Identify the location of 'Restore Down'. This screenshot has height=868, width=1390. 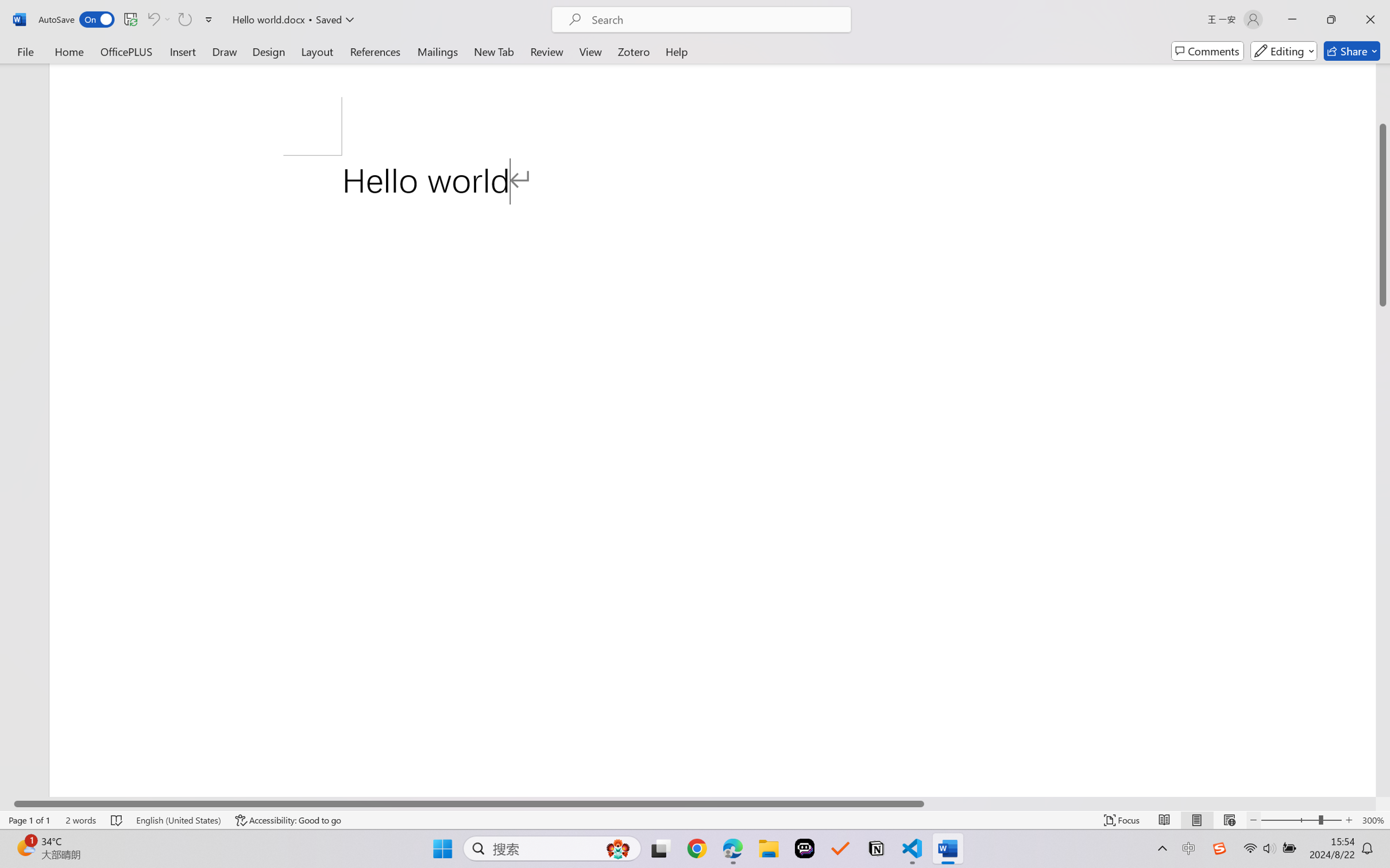
(1331, 19).